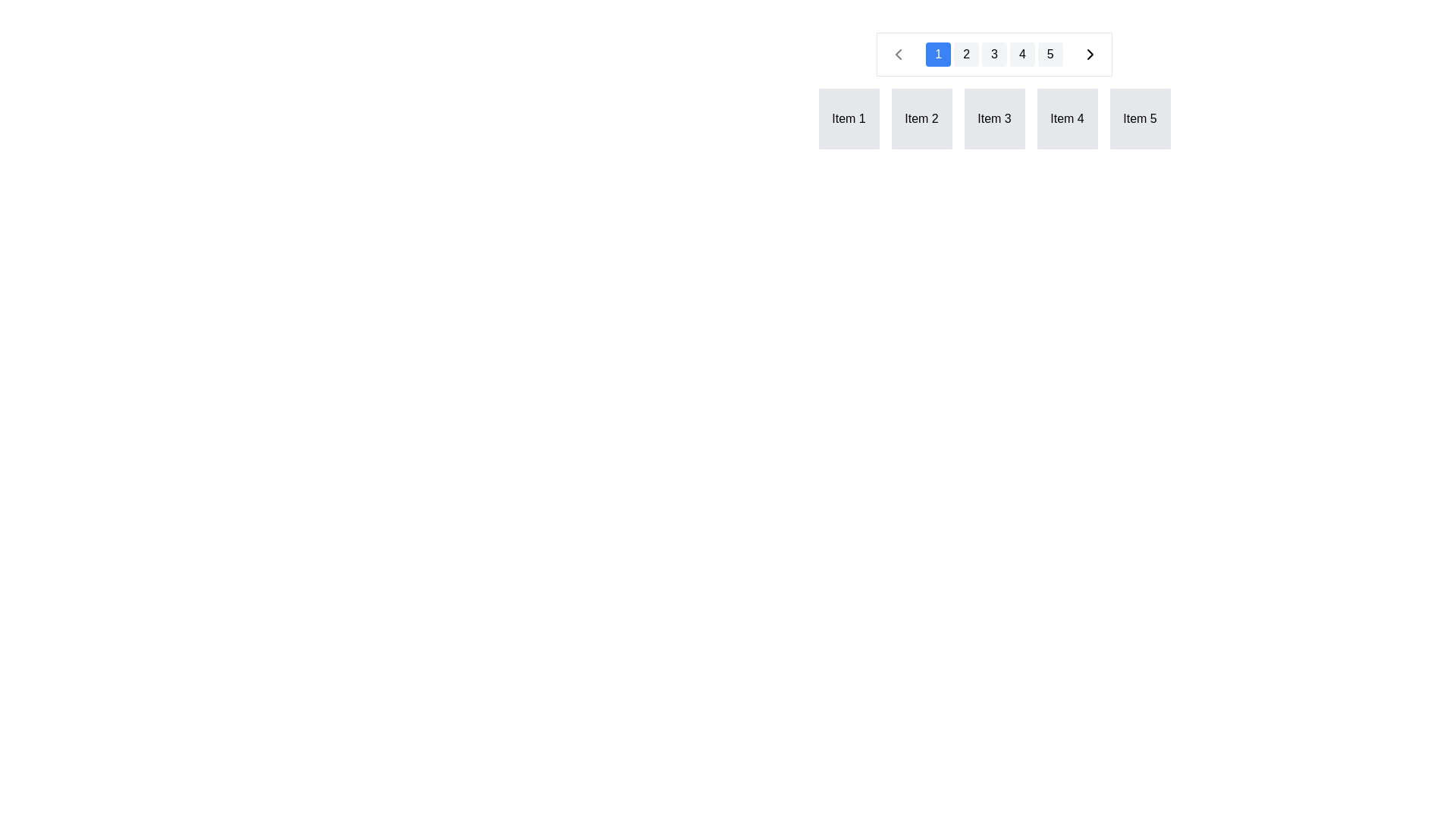  What do you see at coordinates (1022, 54) in the screenshot?
I see `the navigational button that is the fourth in a row of five buttons, positioned between the buttons labeled '3' and '5', to change its color` at bounding box center [1022, 54].